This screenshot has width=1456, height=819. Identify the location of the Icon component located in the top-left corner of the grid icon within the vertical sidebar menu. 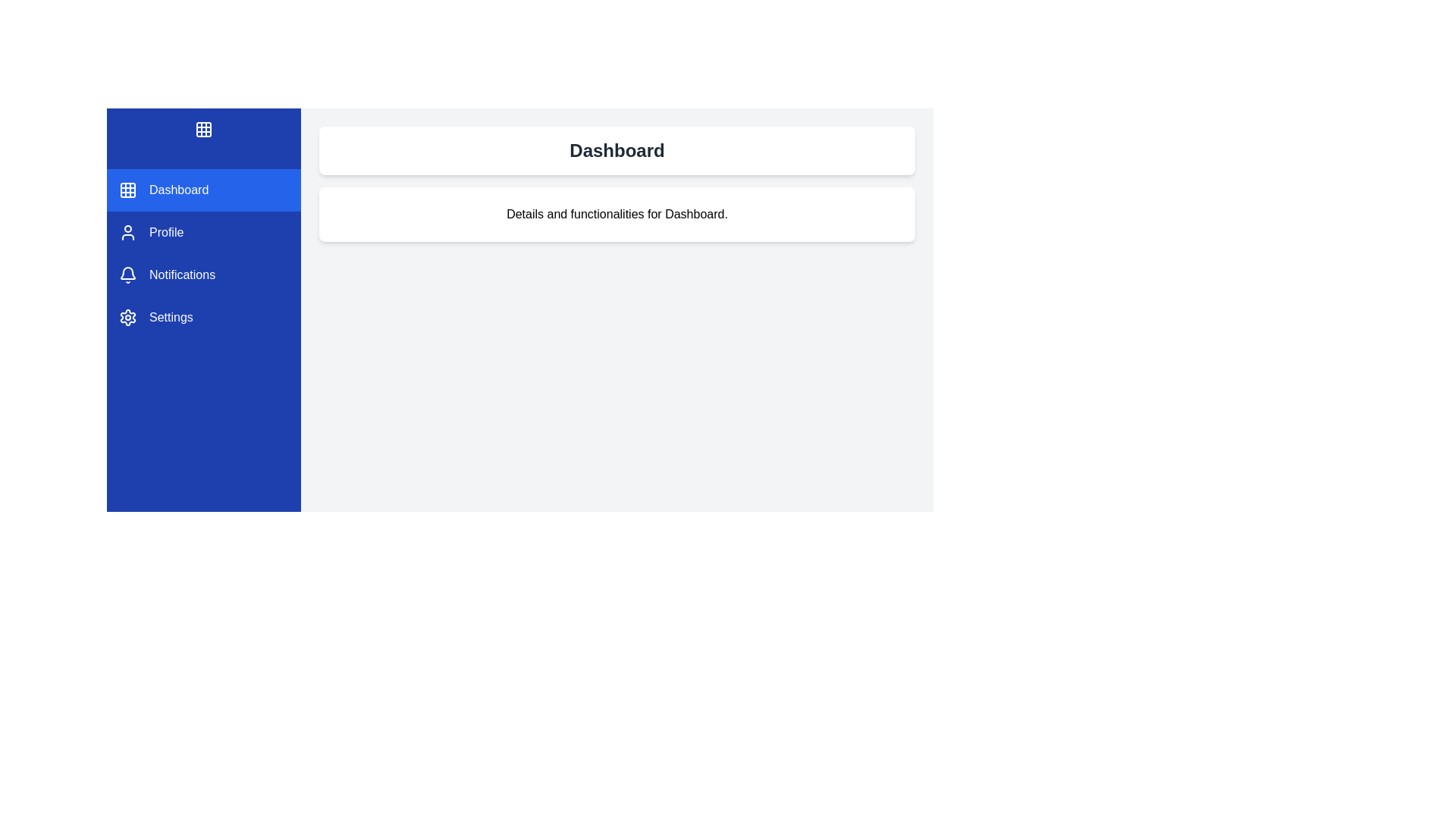
(202, 128).